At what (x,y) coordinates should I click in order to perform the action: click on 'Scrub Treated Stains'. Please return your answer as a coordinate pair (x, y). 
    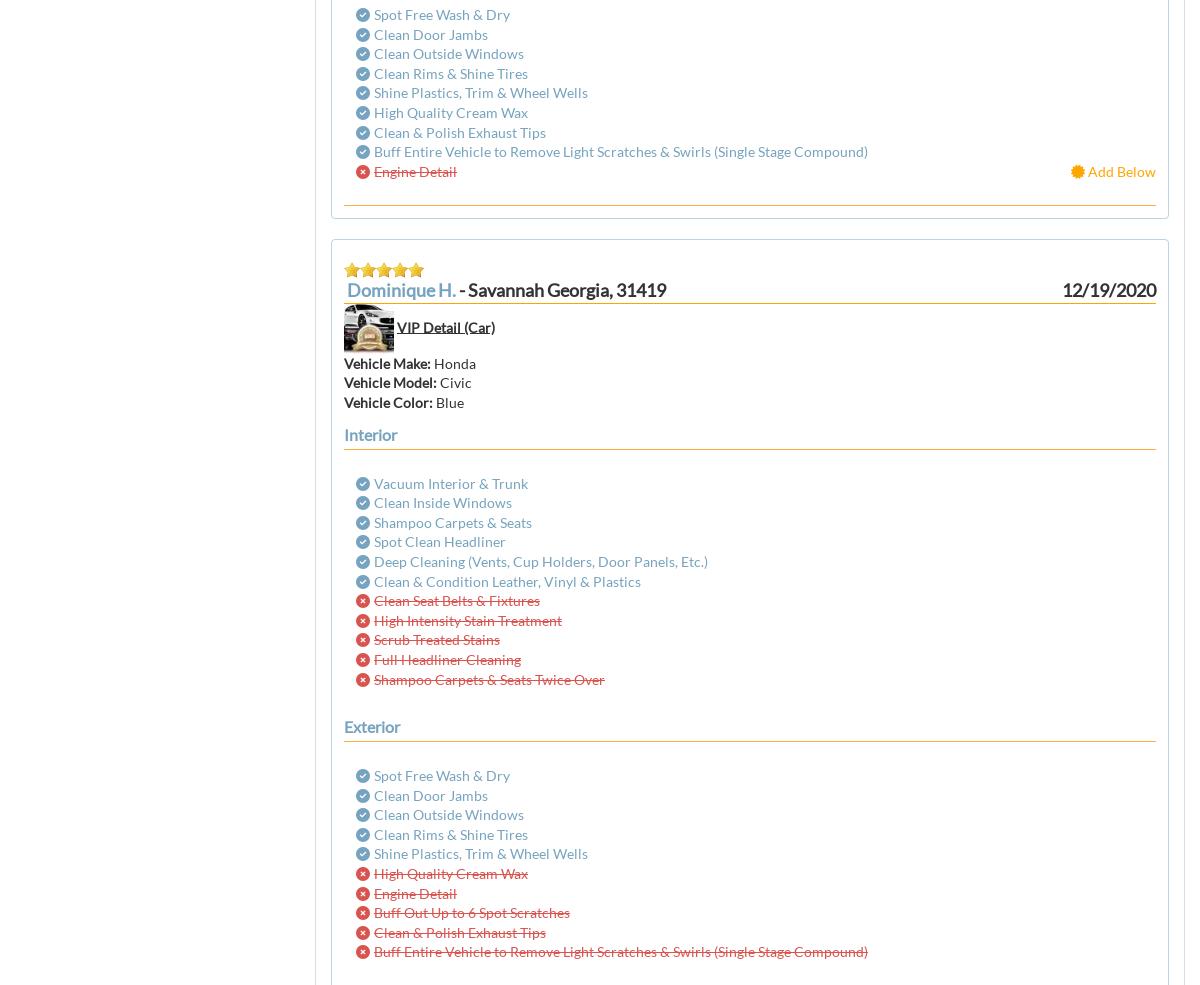
    Looking at the image, I should click on (437, 638).